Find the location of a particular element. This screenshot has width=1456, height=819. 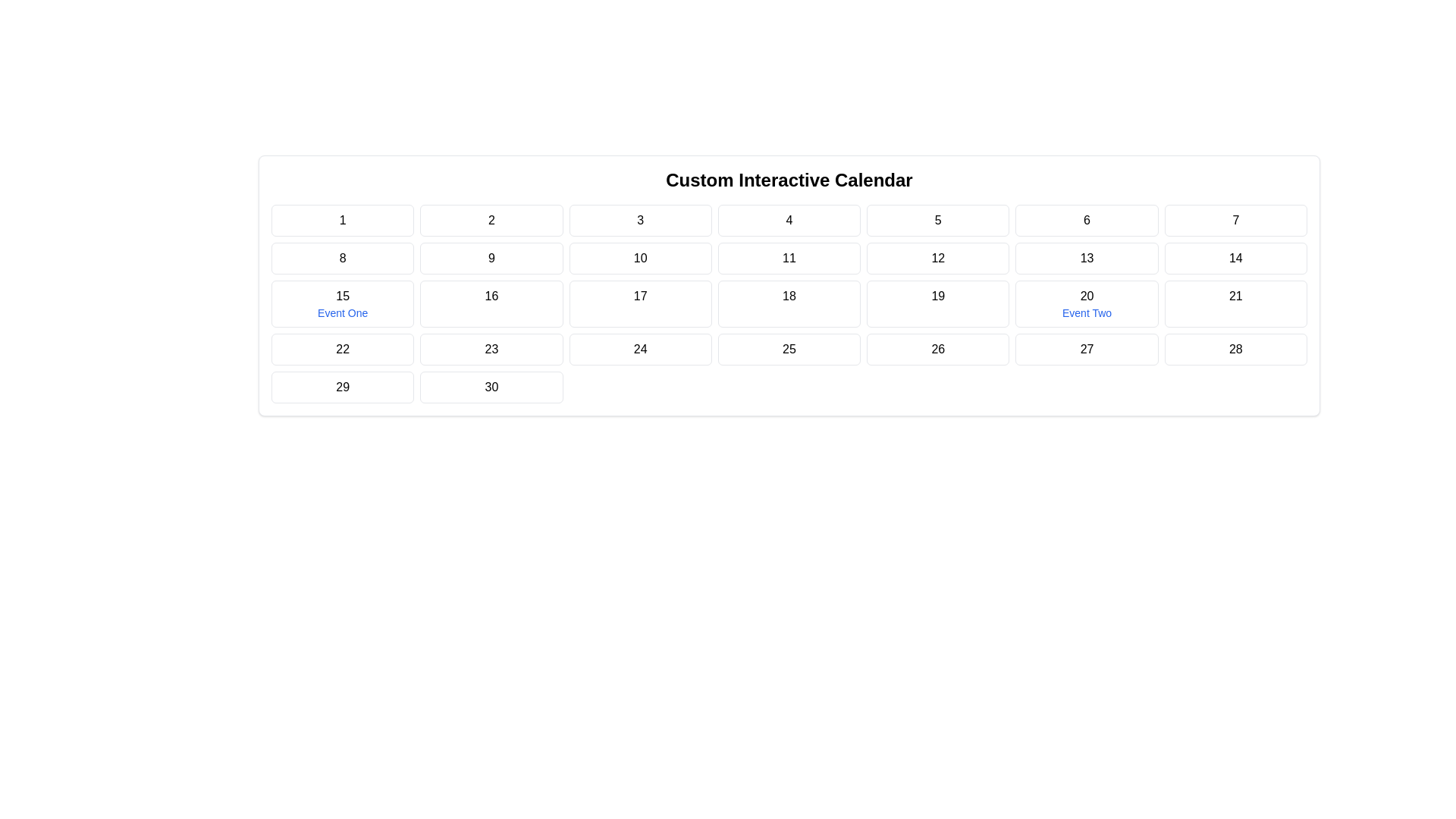

the Text Display showing the number '21' in a black font with a white background, located in the third row and seventh column of the calendar grid is located at coordinates (1235, 304).